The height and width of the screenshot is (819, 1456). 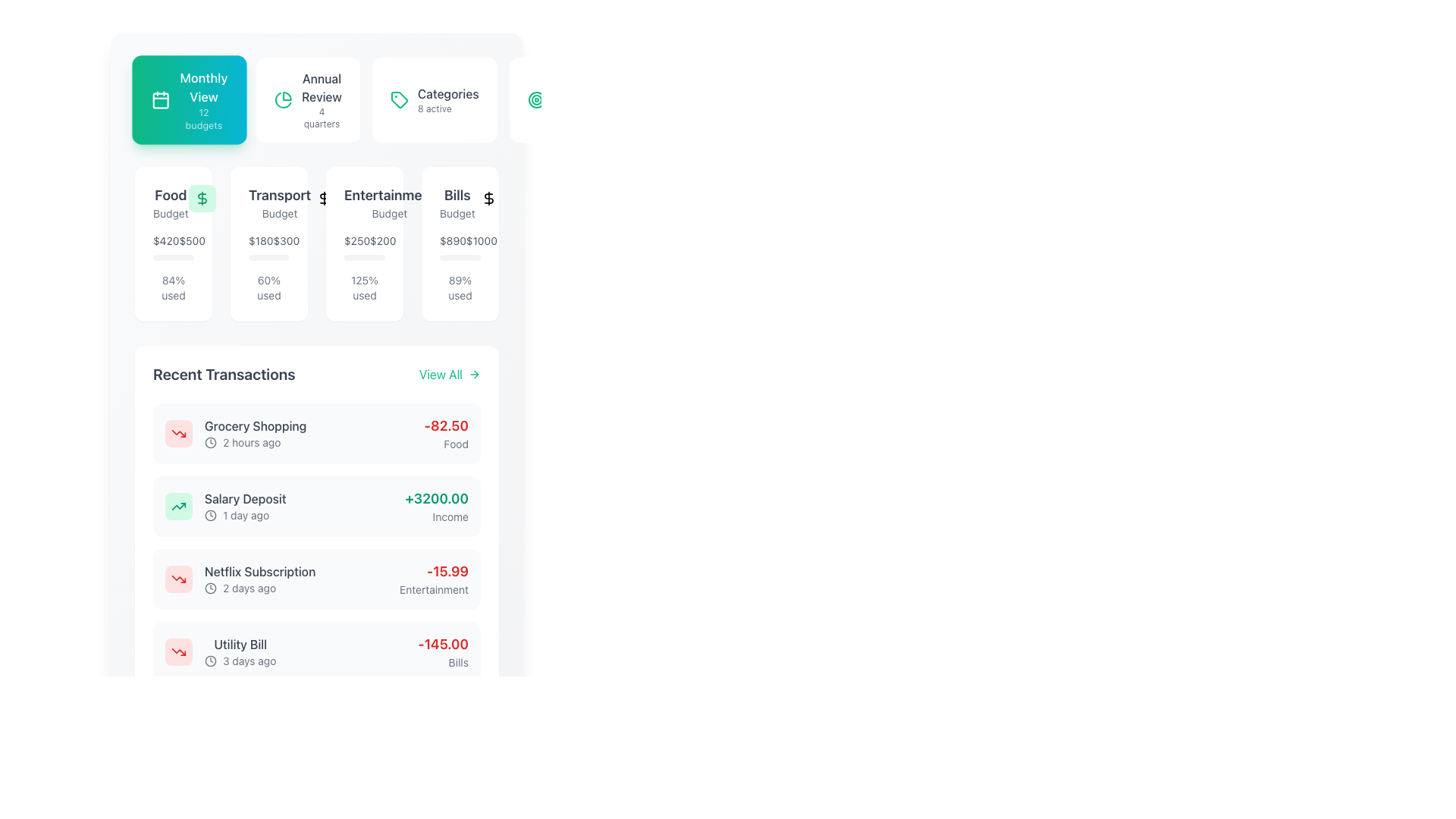 I want to click on the text label displaying '60% used' in the lower section of the 'Transport Budget' card, so click(x=269, y=288).